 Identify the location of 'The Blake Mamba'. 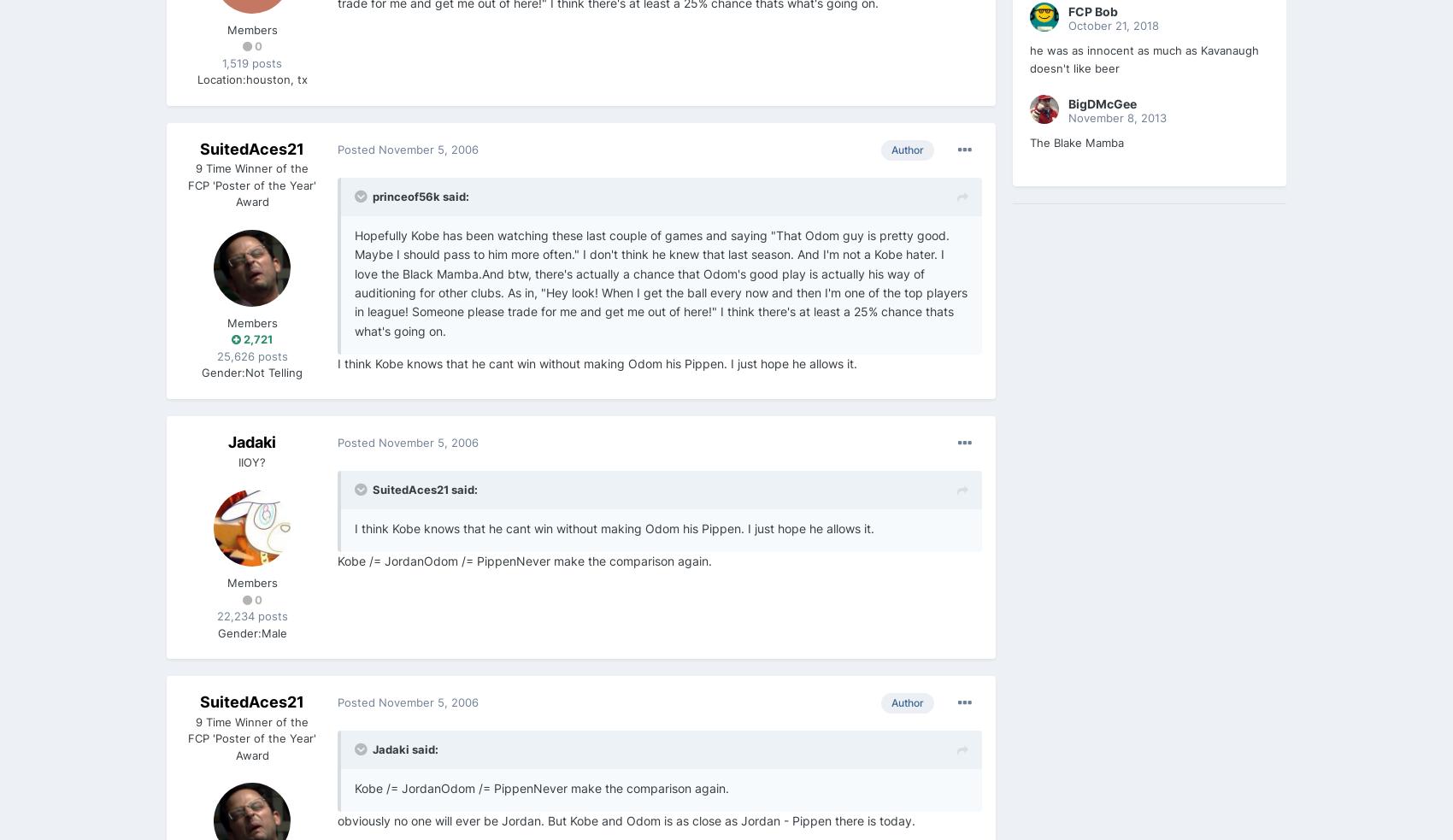
(1076, 142).